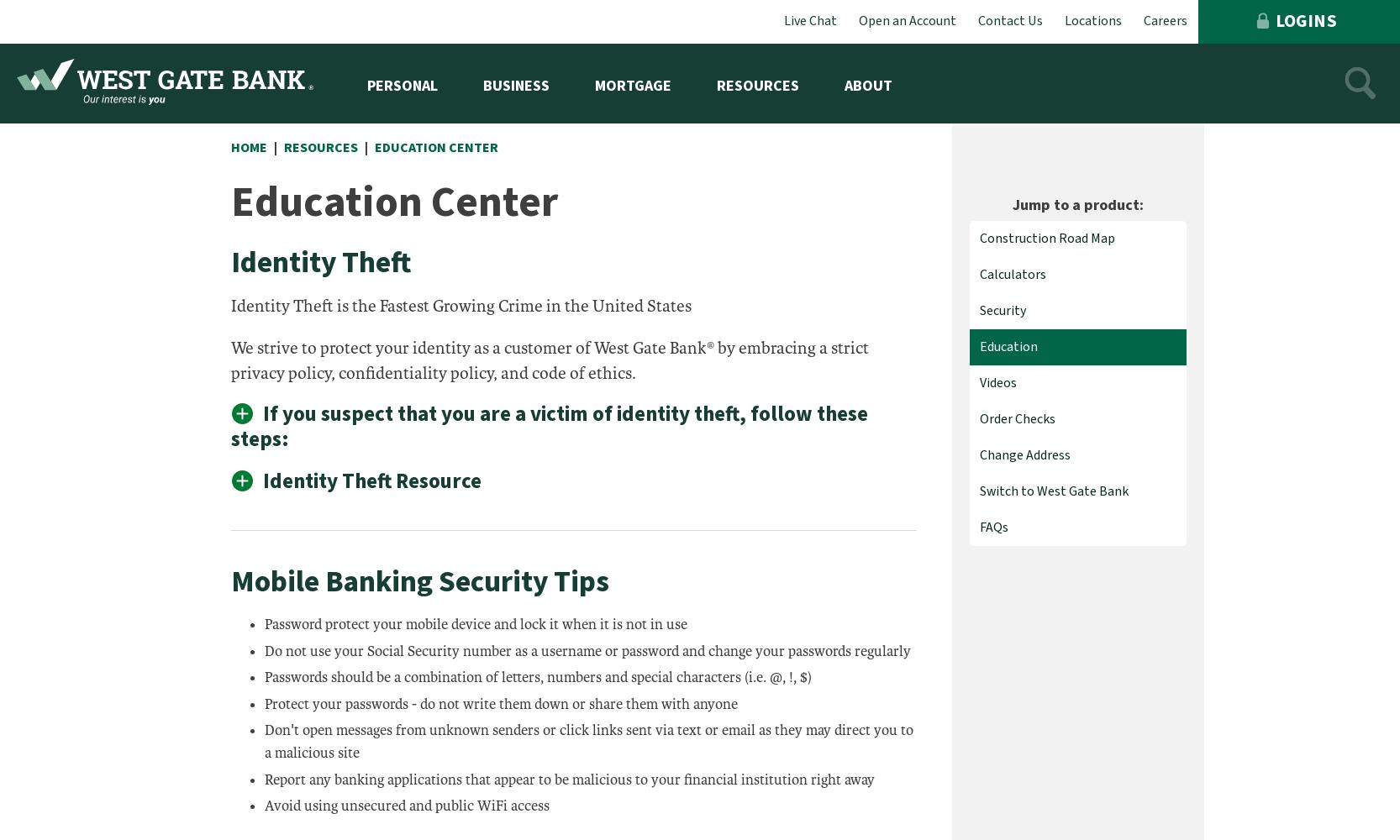  Describe the element at coordinates (809, 21) in the screenshot. I see `'Live Chat'` at that location.